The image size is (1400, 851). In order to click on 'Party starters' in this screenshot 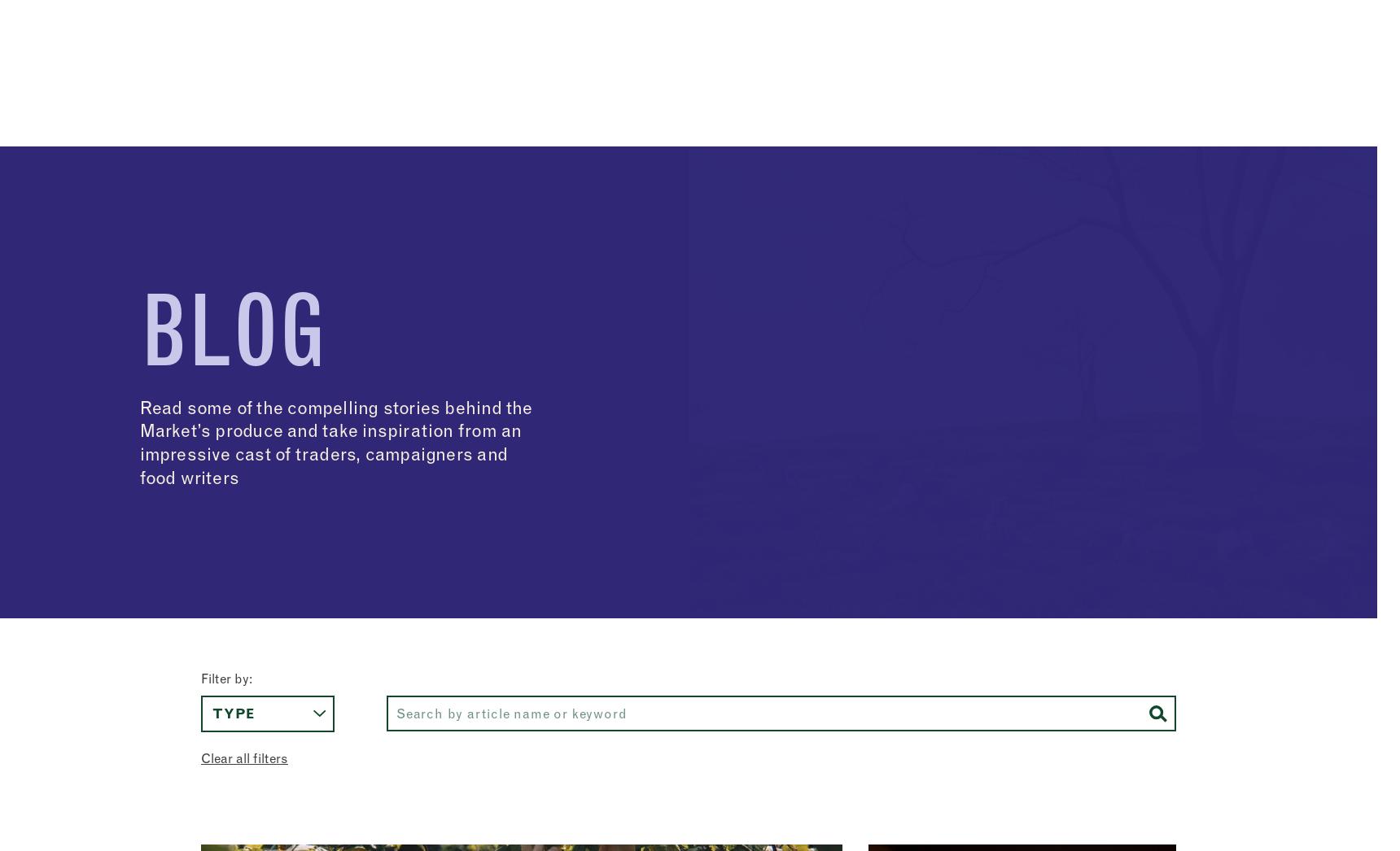, I will do `click(929, 578)`.